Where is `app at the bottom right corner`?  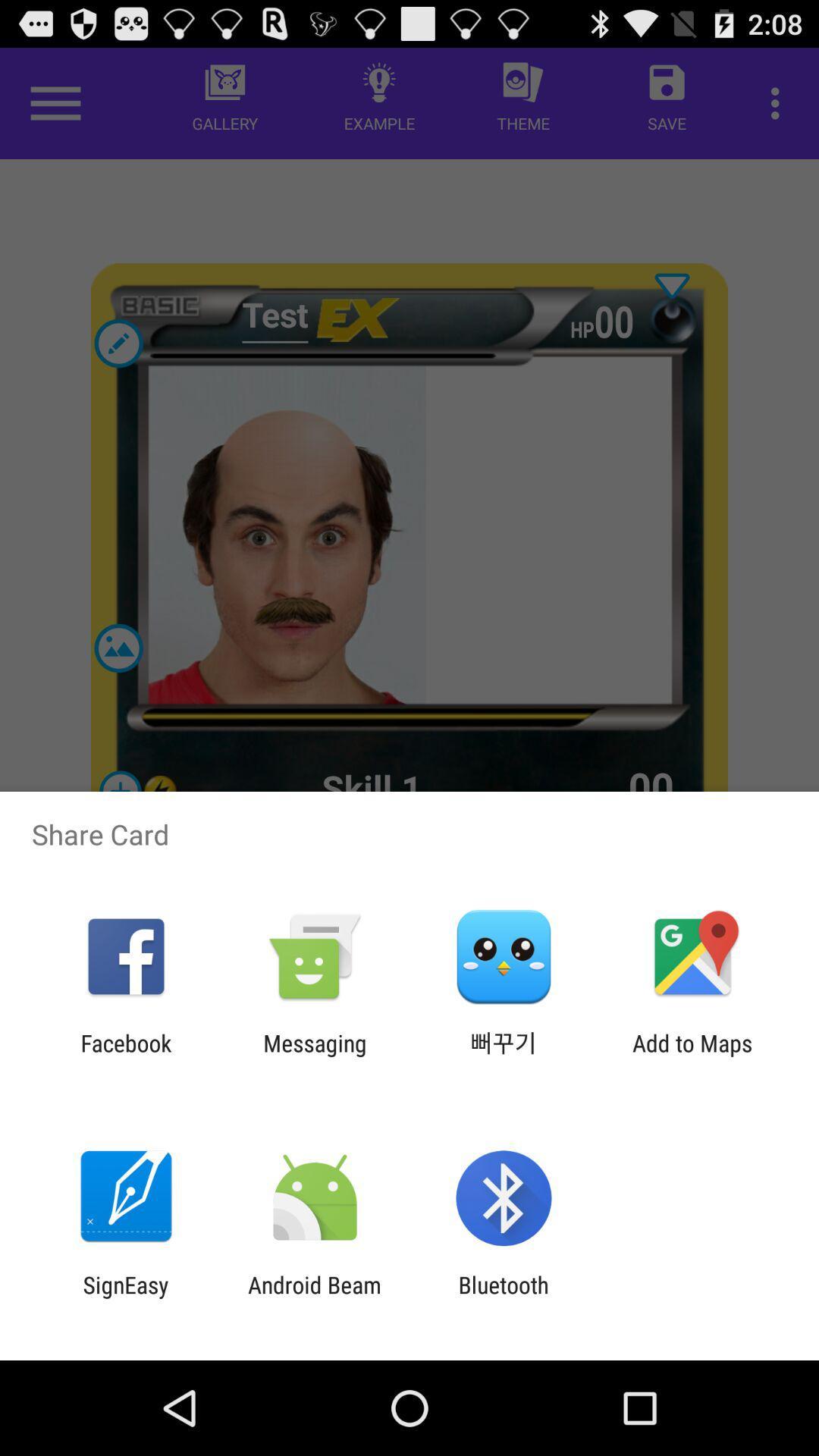
app at the bottom right corner is located at coordinates (692, 1056).